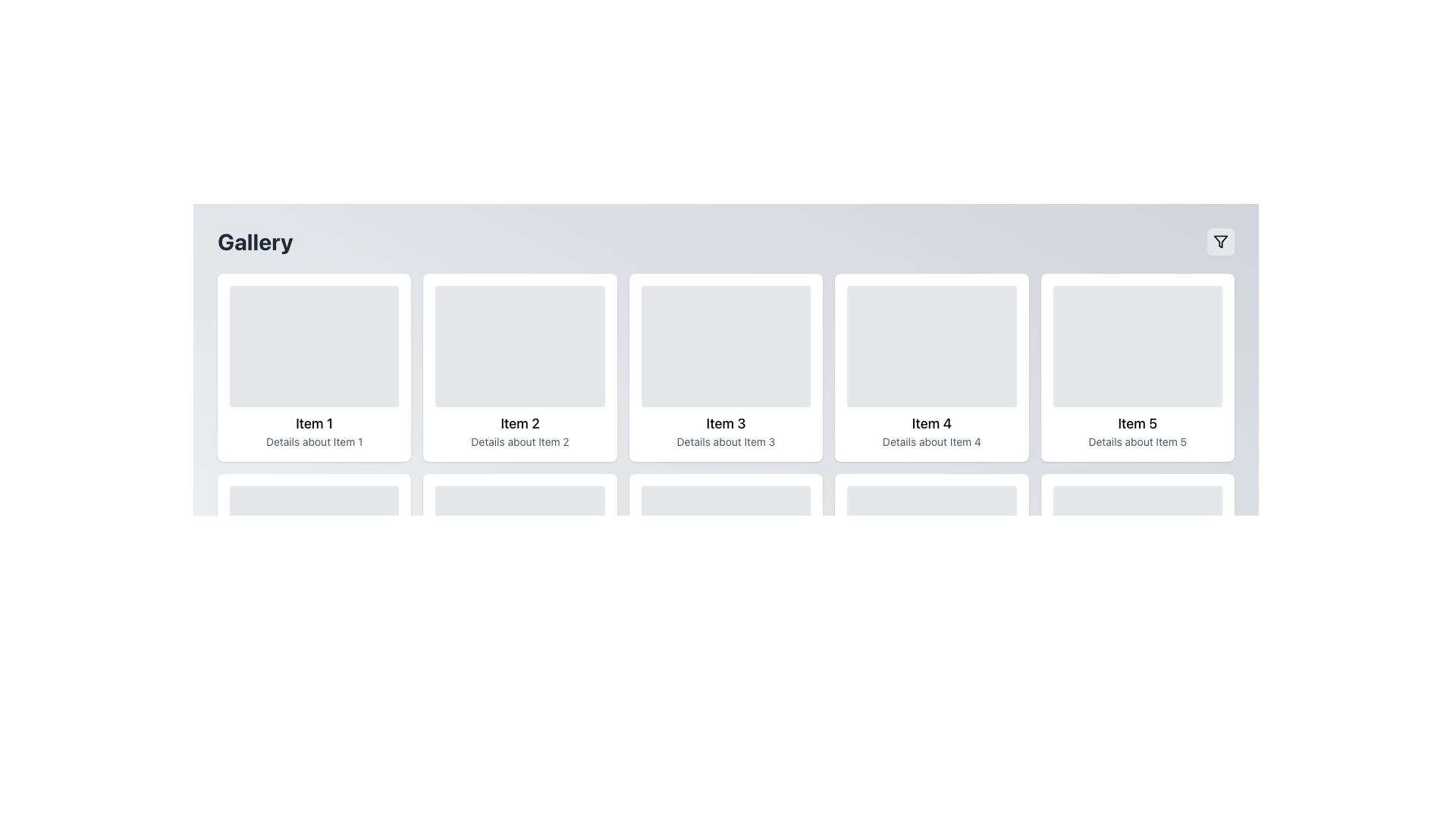 The width and height of the screenshot is (1456, 819). I want to click on the text label reading 'Item 4' which is centrally aligned above the details text within the fourth card of the gallery grid, so click(930, 424).